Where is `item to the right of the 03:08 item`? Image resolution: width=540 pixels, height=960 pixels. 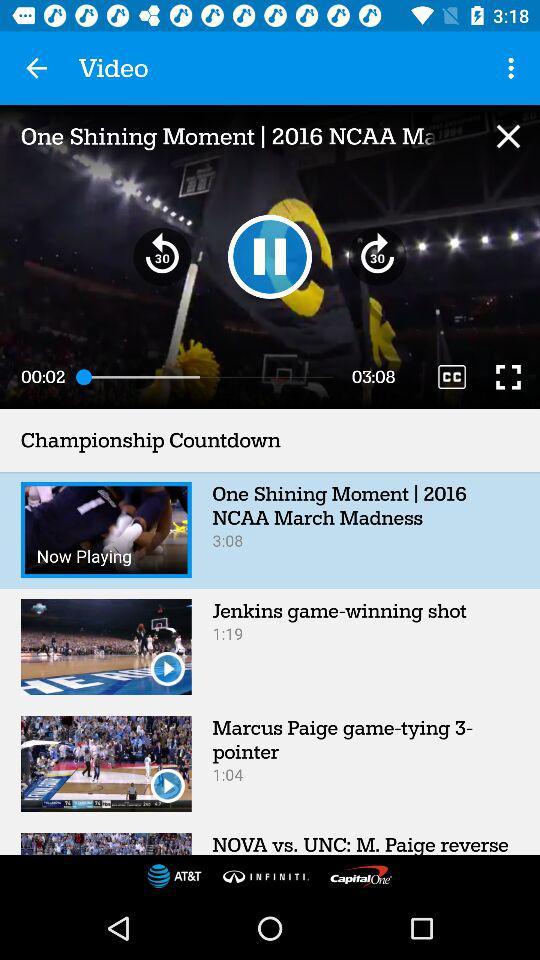 item to the right of the 03:08 item is located at coordinates (452, 376).